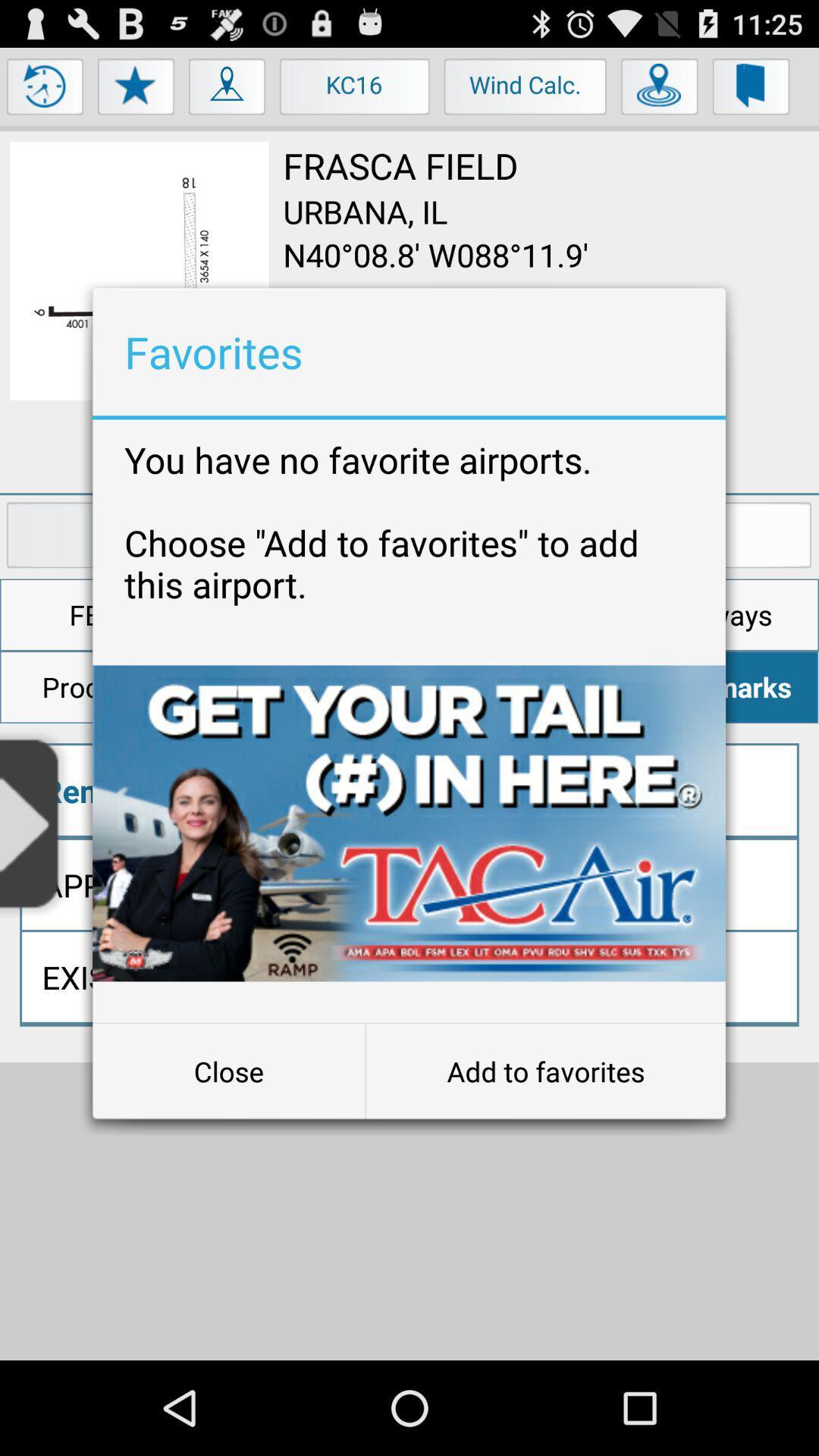 This screenshot has height=1456, width=819. I want to click on icon to the left of the add to favorites, so click(228, 1070).